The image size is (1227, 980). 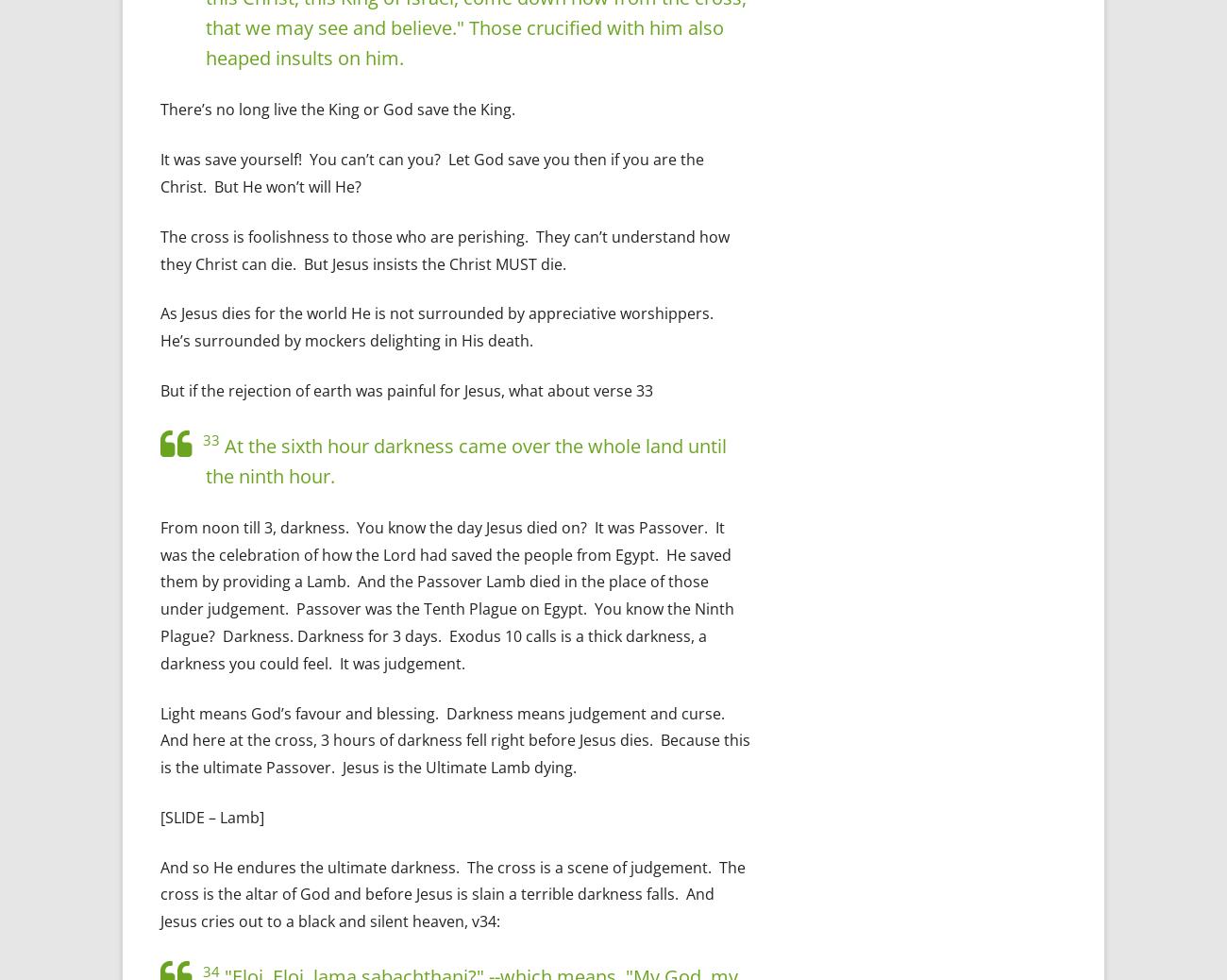 I want to click on 'The cross is foolishness to those who are perishing.  They can’t understand how they Christ can die.  But Jesus insists the Christ MUST die.', so click(x=444, y=249).